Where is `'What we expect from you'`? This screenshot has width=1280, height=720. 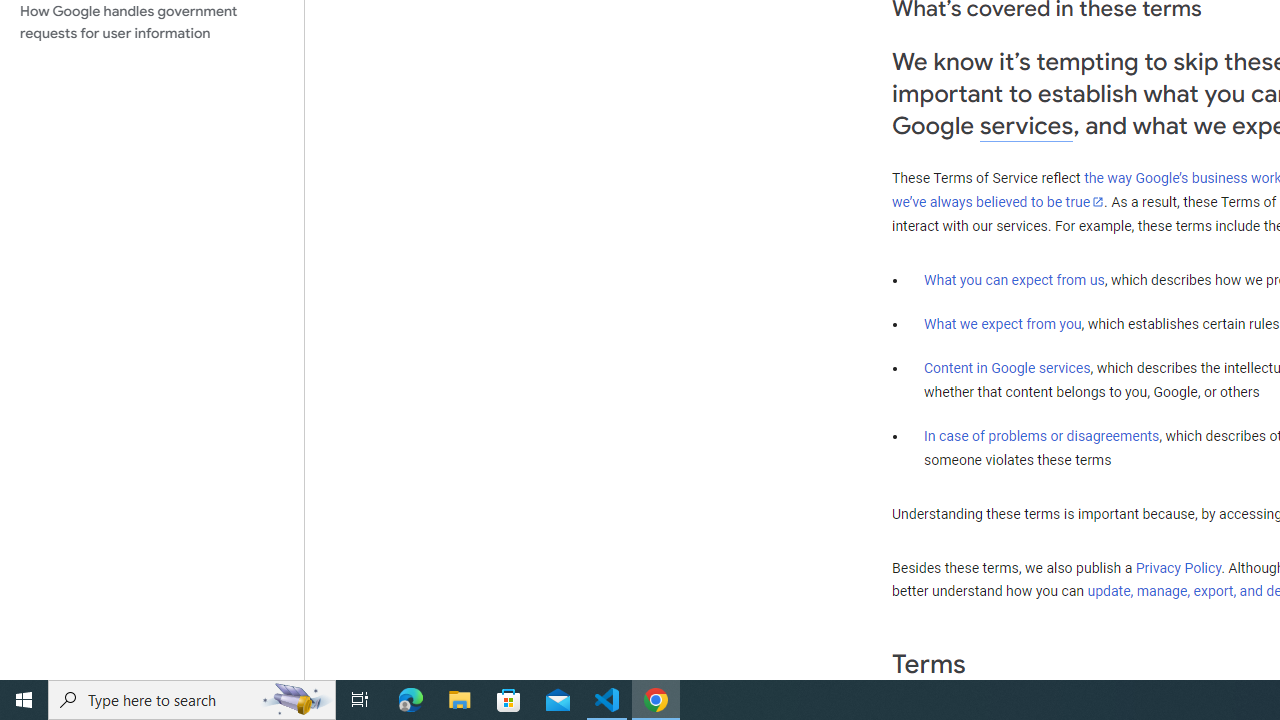
'What we expect from you' is located at coordinates (1002, 323).